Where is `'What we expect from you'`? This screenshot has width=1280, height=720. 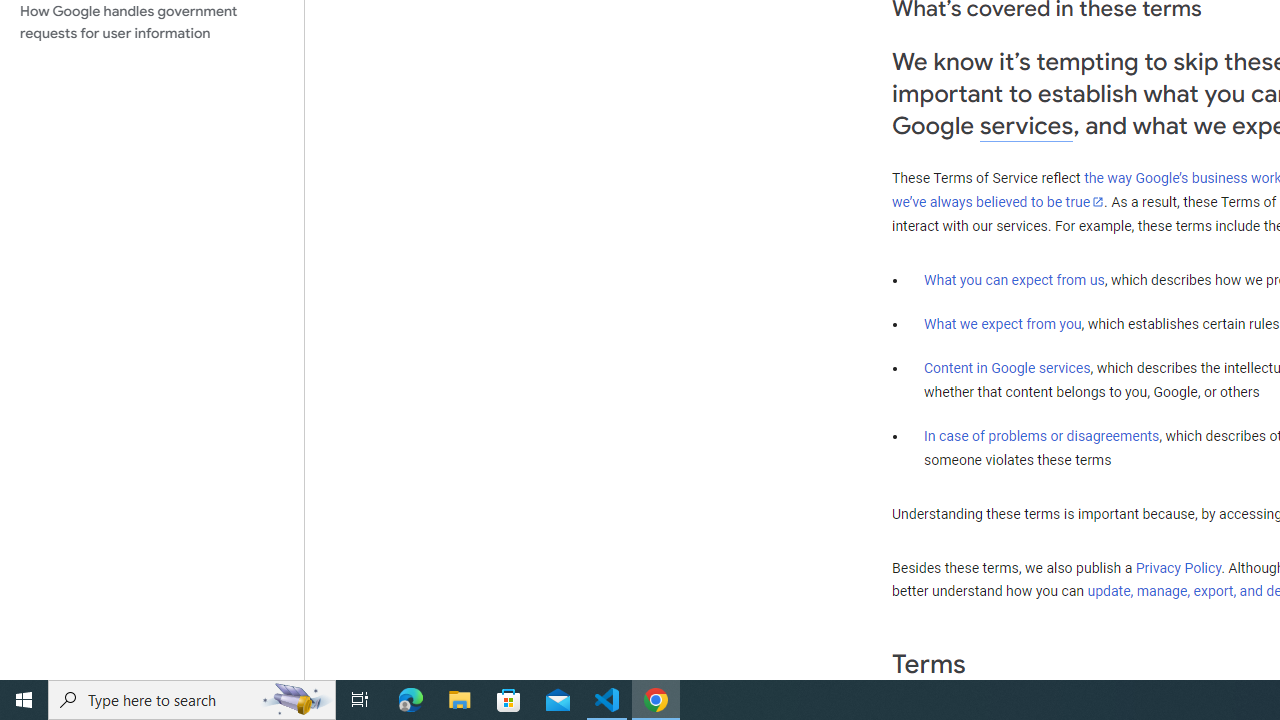
'What we expect from you' is located at coordinates (1002, 323).